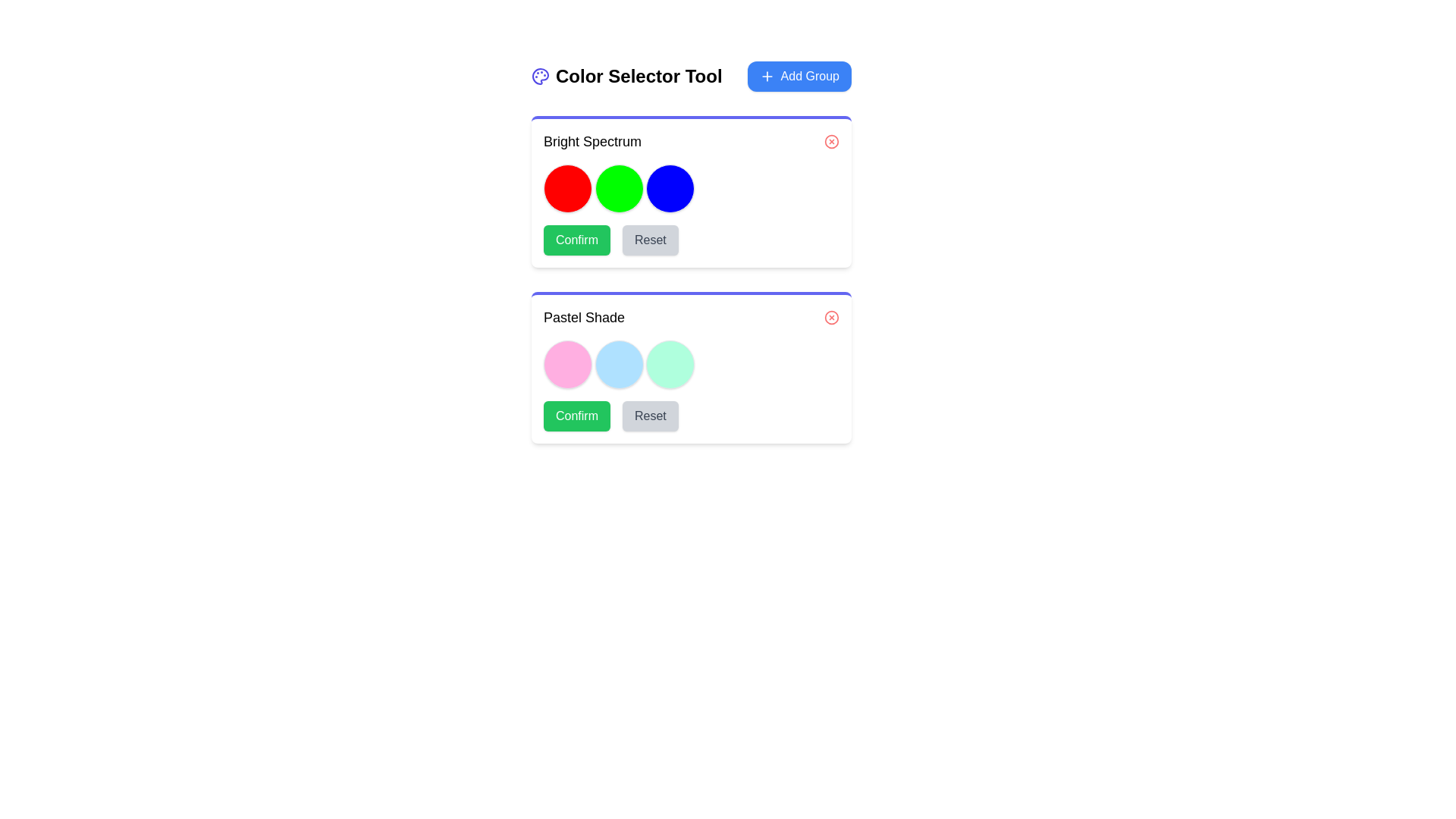 The height and width of the screenshot is (819, 1456). What do you see at coordinates (670, 365) in the screenshot?
I see `the third circular button with a light green background in the 'Pastel Shade' card, which is part of a group of three similar buttons aligned horizontally` at bounding box center [670, 365].